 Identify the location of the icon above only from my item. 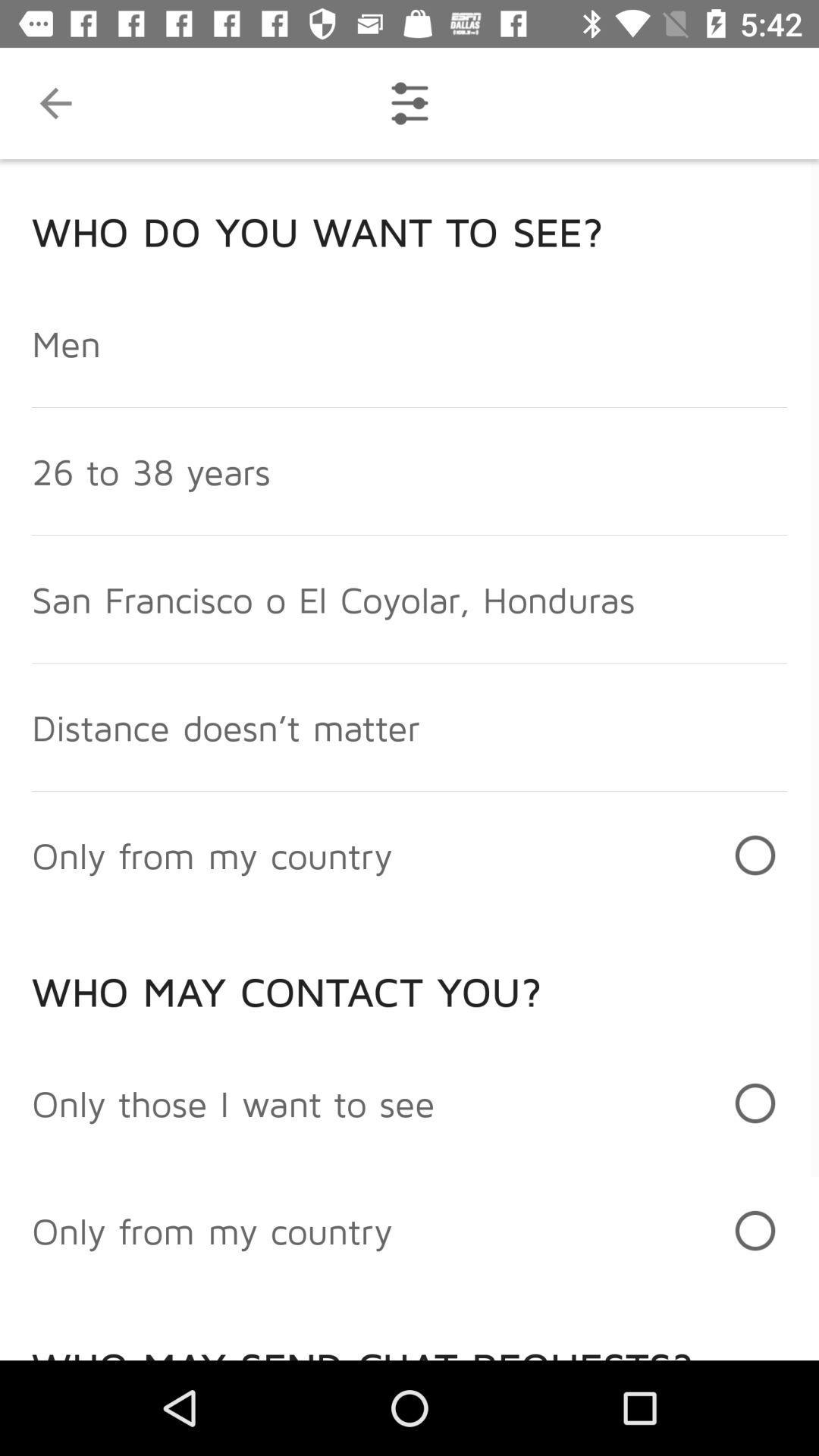
(233, 1103).